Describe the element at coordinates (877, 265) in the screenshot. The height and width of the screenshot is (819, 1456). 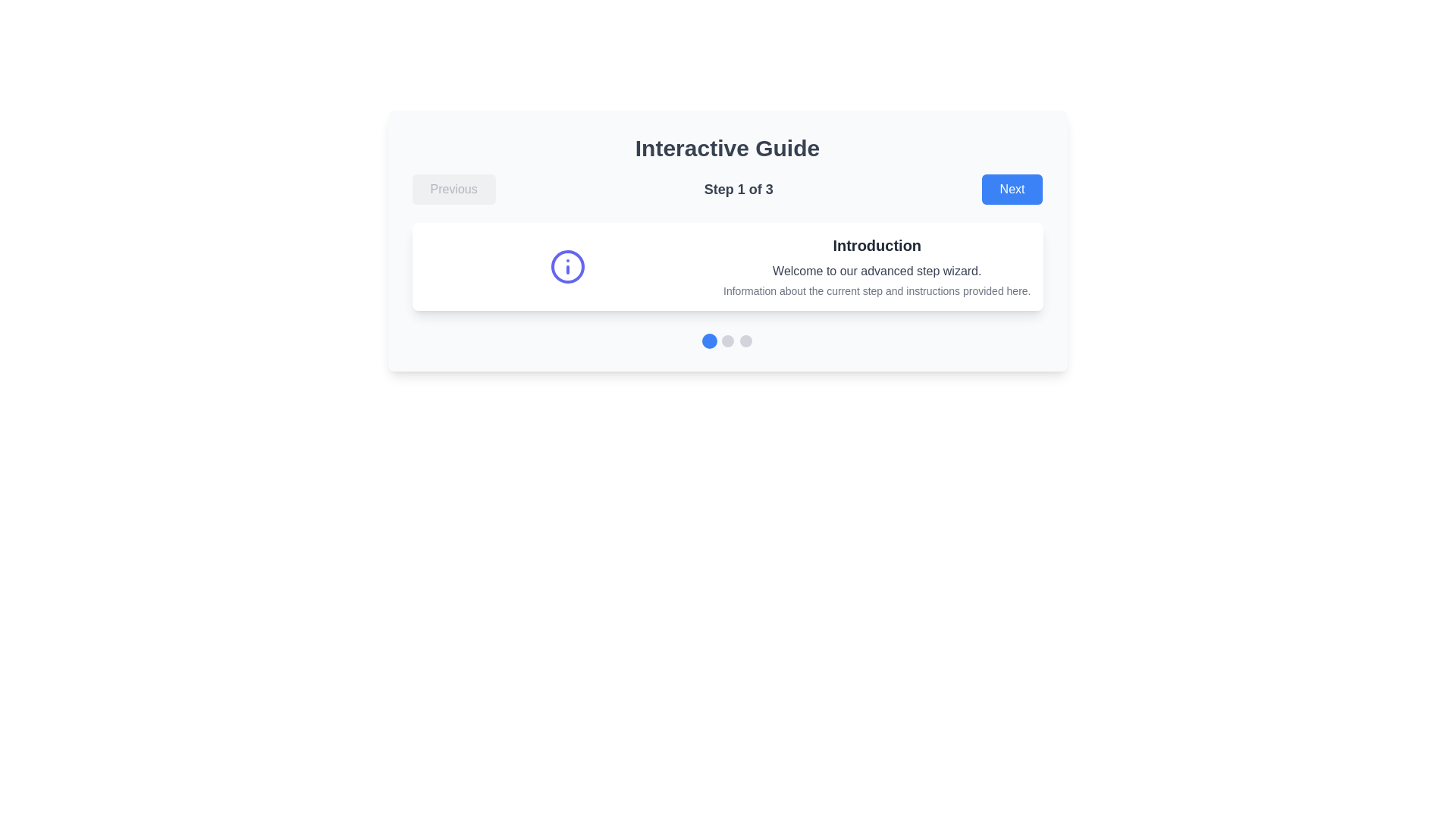
I see `Composite text block containing multiple typographic styles that provides context for the current step in the guide, located towards the center-right of the white card interface` at that location.